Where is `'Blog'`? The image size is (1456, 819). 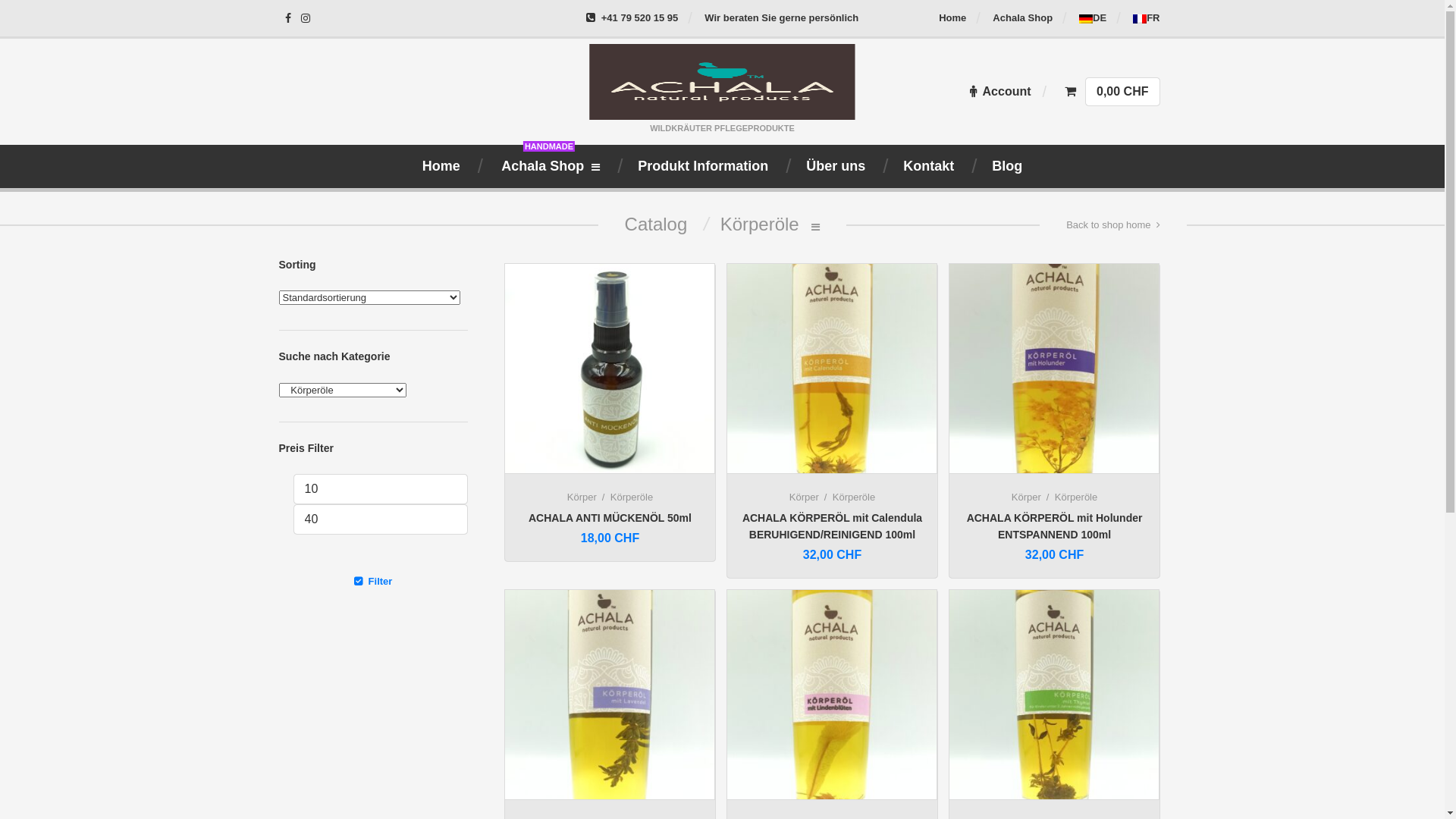
'Blog' is located at coordinates (1007, 166).